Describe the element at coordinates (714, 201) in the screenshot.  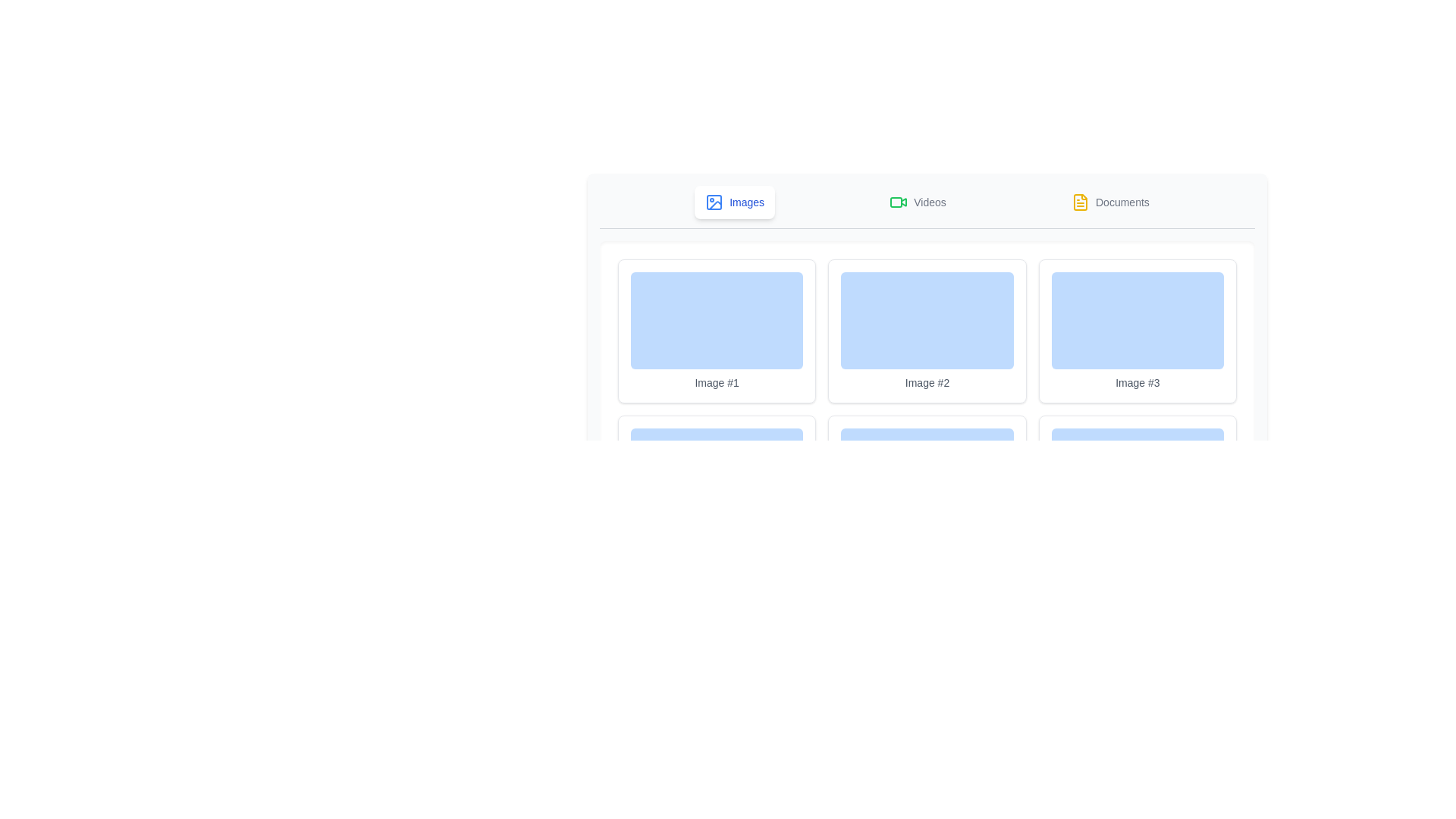
I see `the image icon with a blue outline representing the 'Images' tab, located at the top-left section of the interface` at that location.